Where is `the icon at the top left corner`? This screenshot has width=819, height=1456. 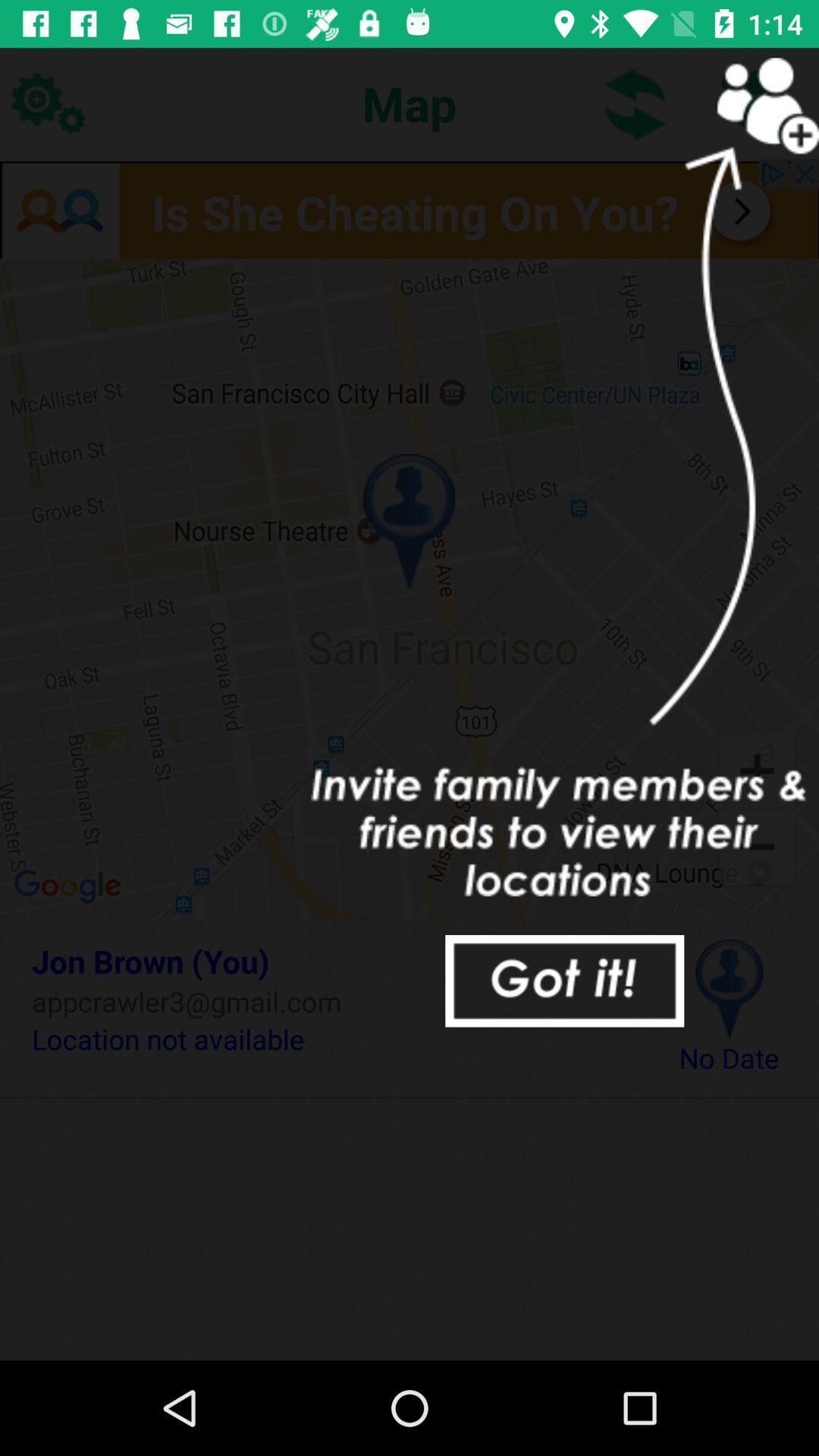
the icon at the top left corner is located at coordinates (46, 102).